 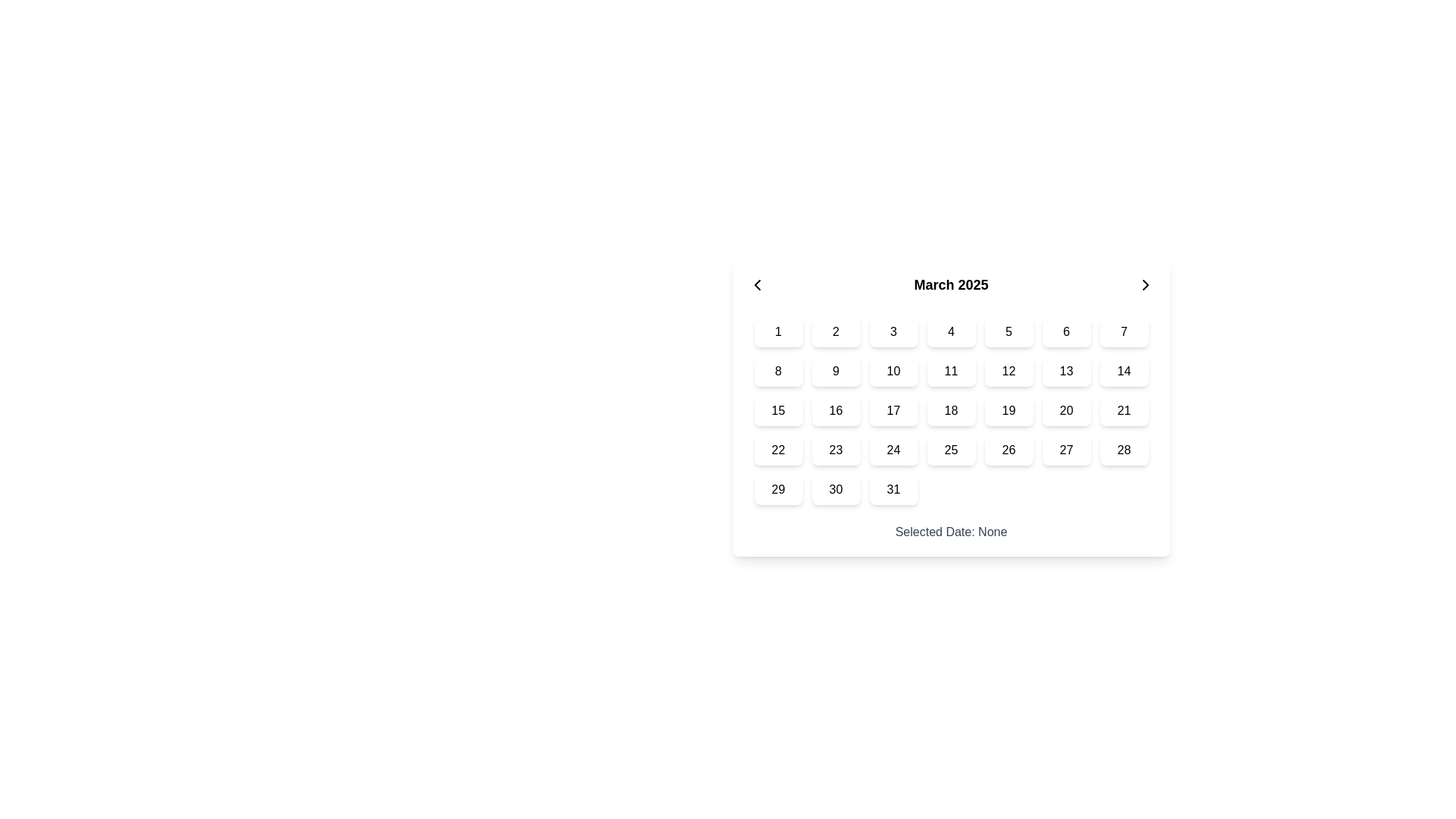 I want to click on the button representing the date '31' in the bottom-right corner of the calendar, so click(x=893, y=489).